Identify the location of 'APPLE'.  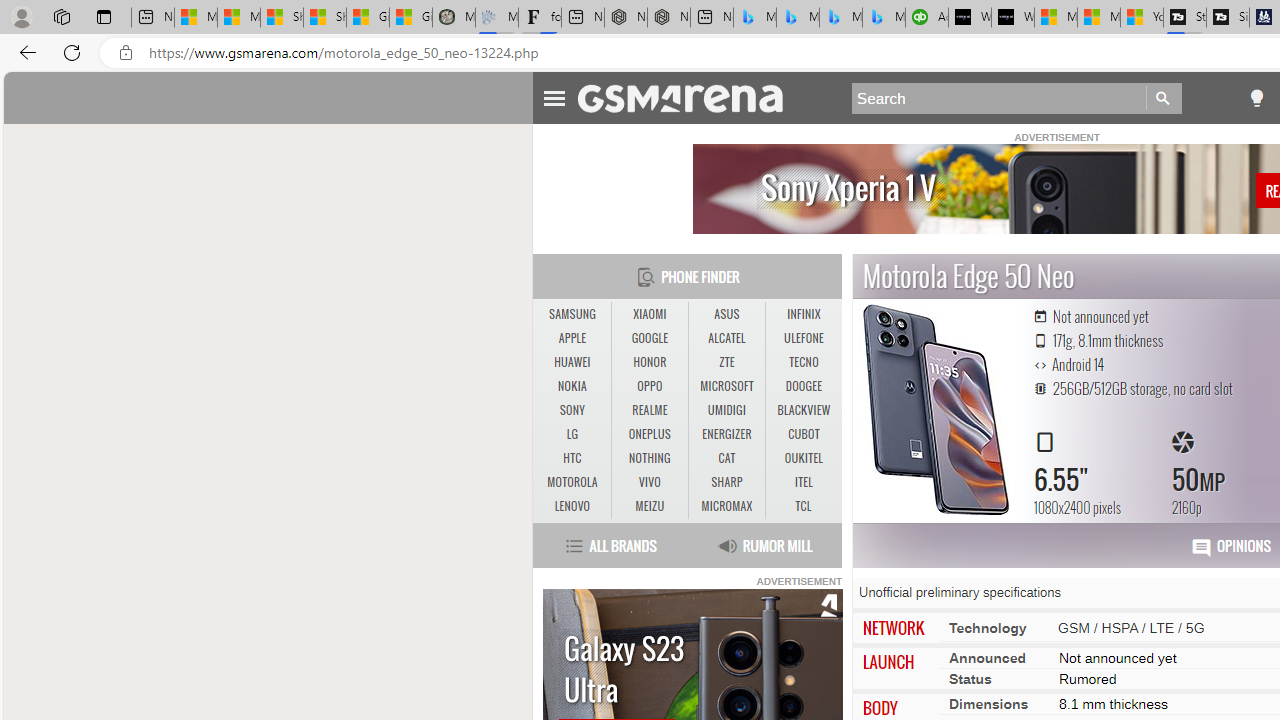
(571, 338).